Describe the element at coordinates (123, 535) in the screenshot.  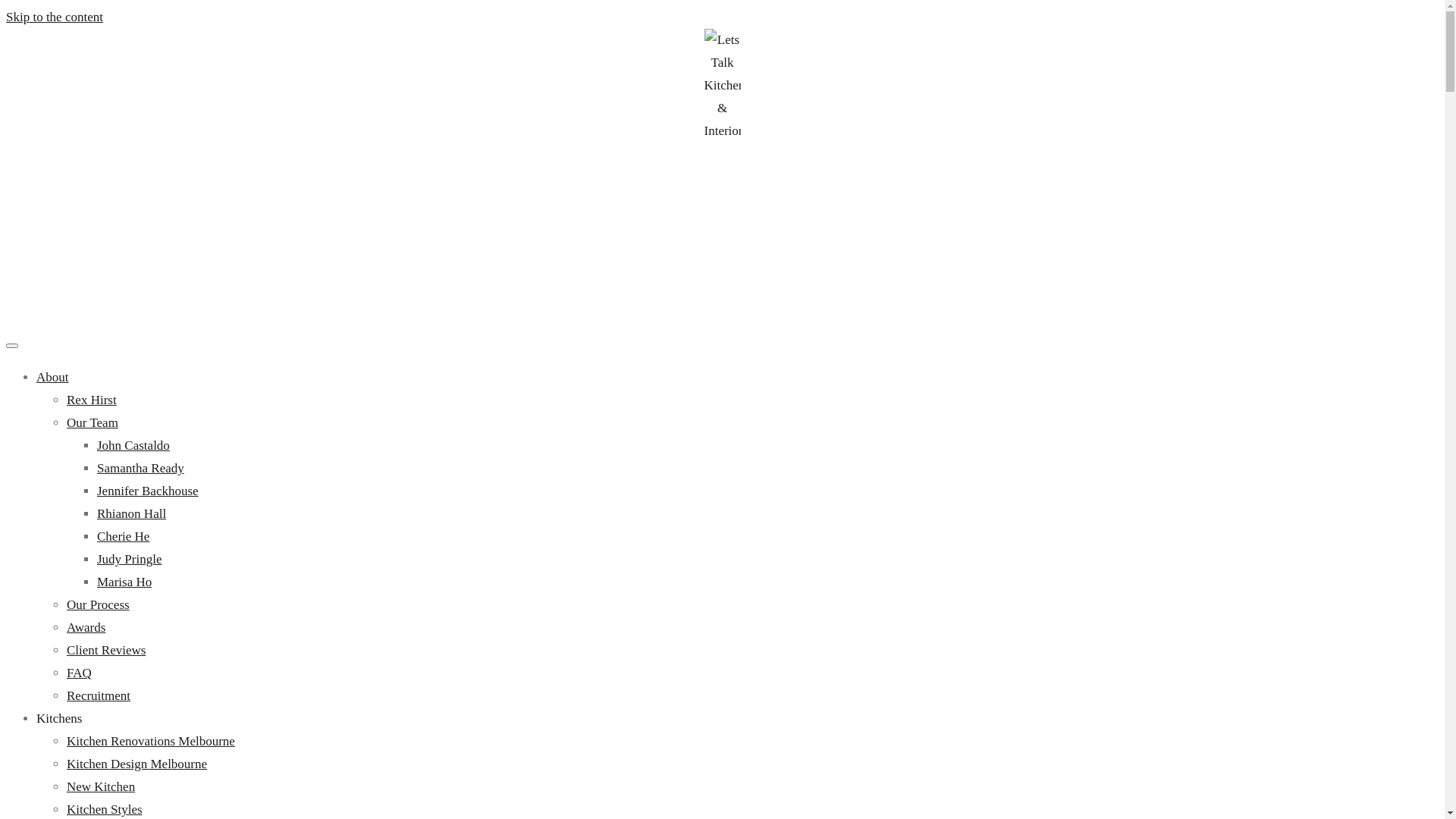
I see `'Cherie He'` at that location.